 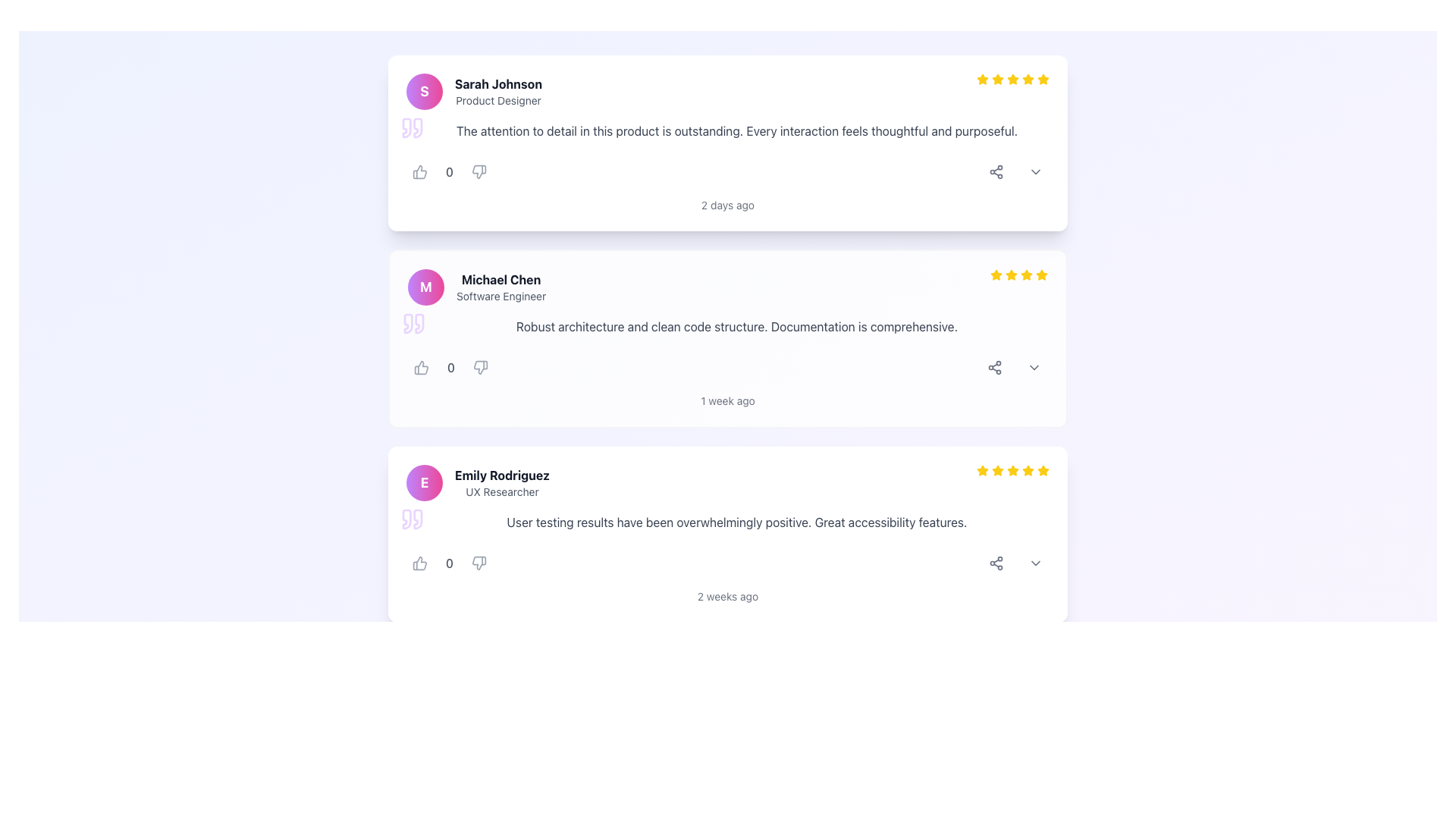 I want to click on the like button located in the second comment card's interaction section, which is the first button in a horizontal group of icons associated with the comment, so click(x=422, y=368).